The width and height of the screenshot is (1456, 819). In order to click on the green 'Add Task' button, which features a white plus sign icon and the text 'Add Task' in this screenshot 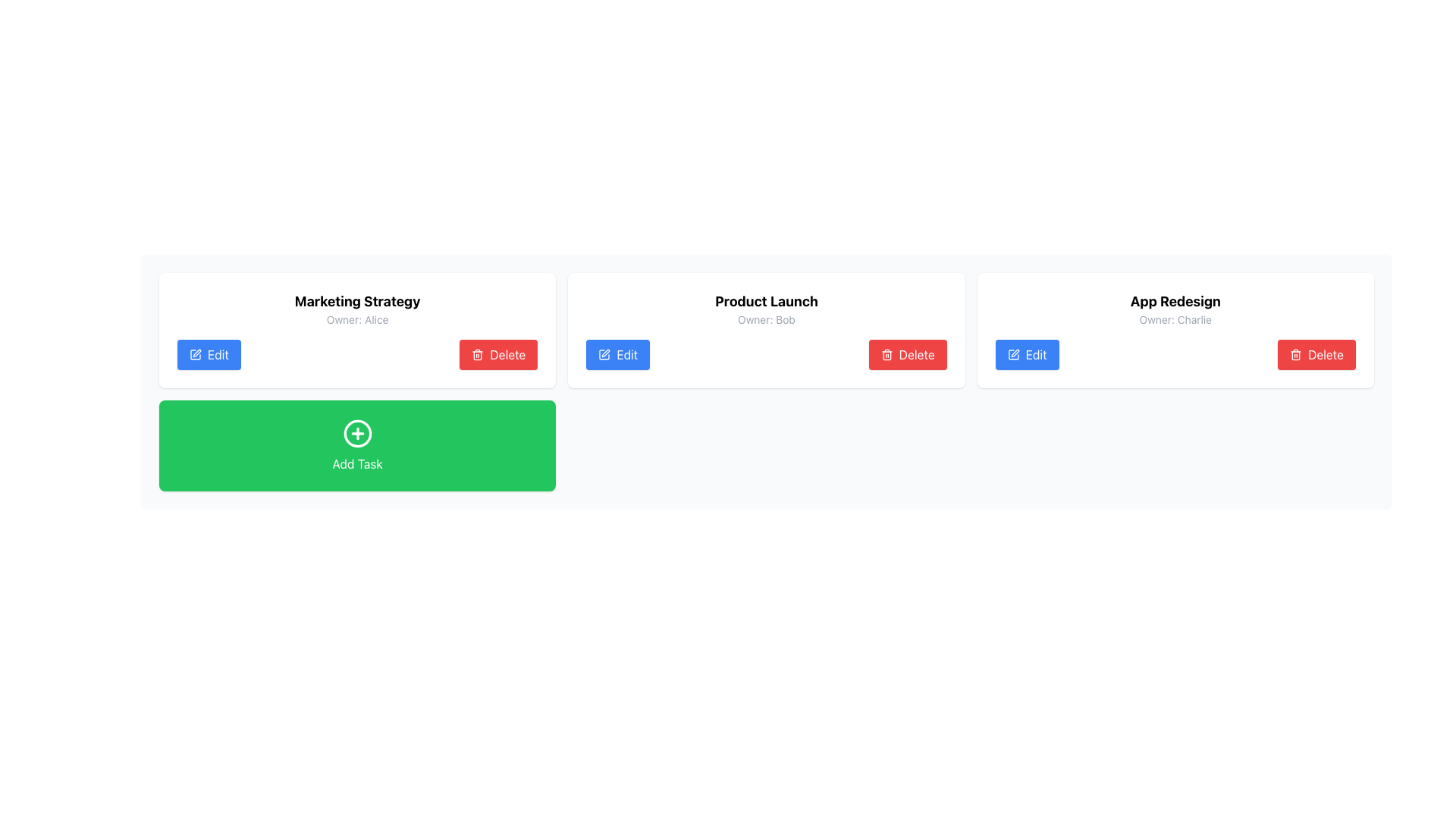, I will do `click(356, 444)`.